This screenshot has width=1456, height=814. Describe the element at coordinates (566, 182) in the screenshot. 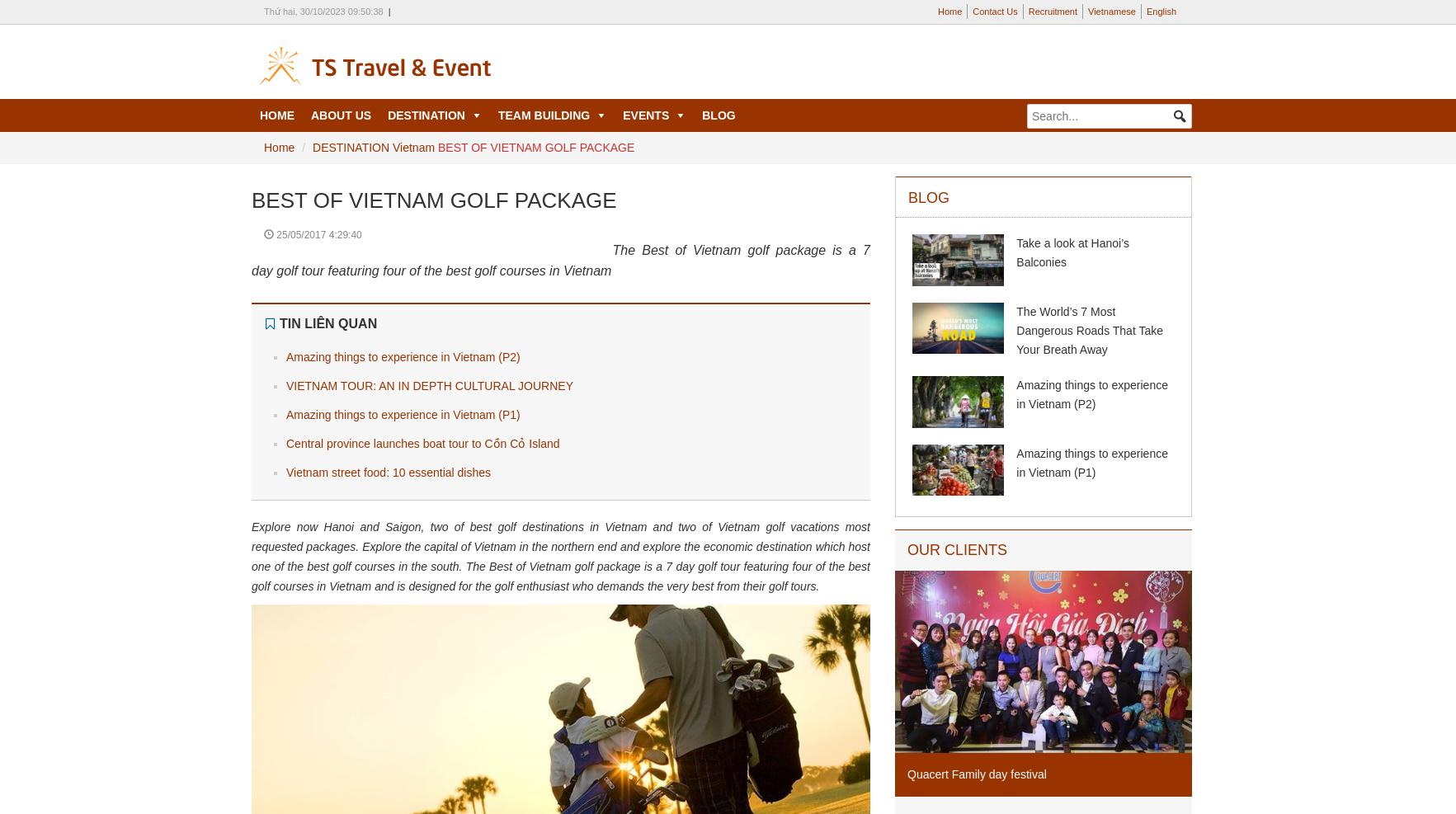

I see `'INDOOR TEAM BUILDING'` at that location.